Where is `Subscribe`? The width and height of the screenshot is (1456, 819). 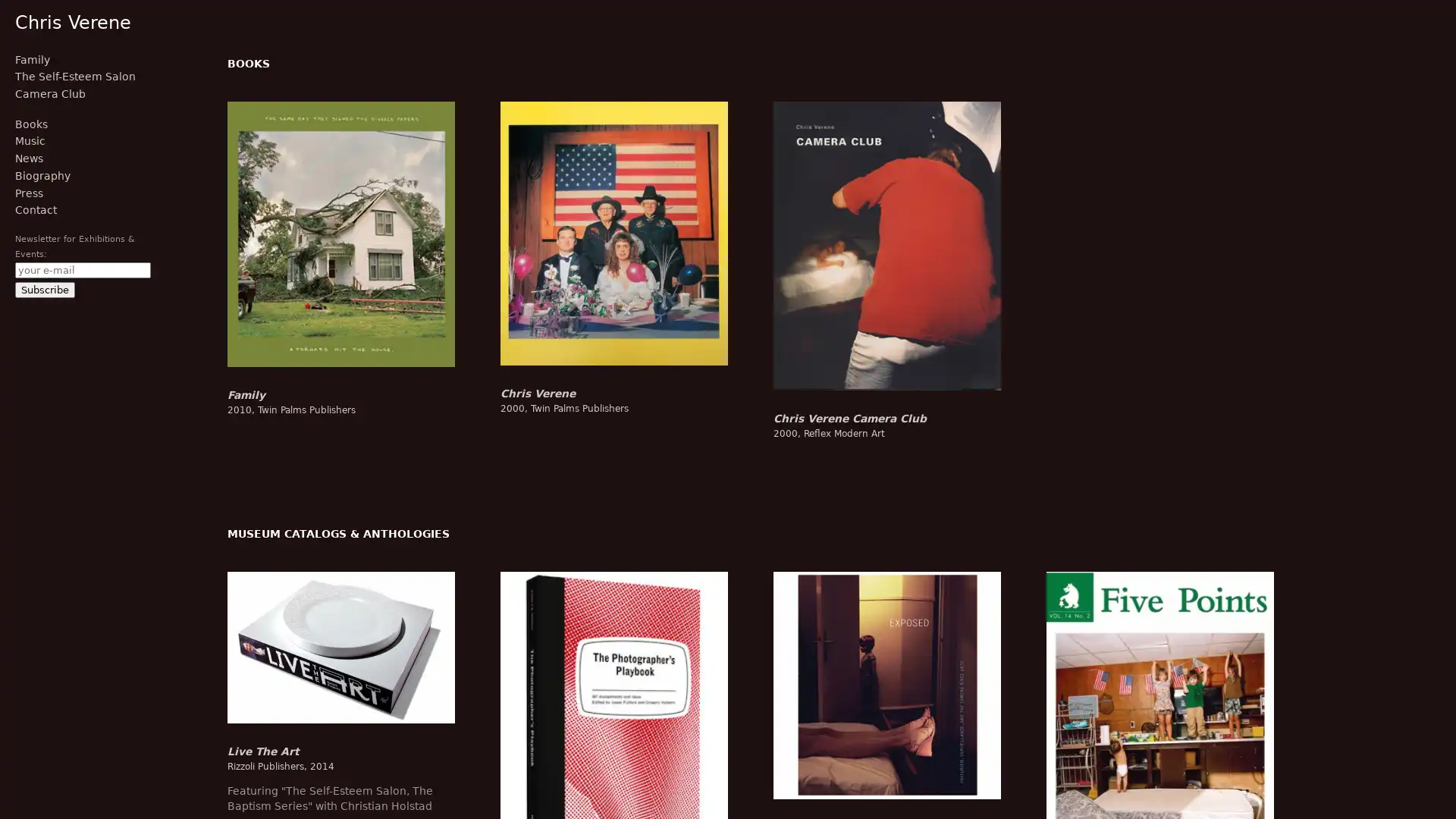 Subscribe is located at coordinates (45, 289).